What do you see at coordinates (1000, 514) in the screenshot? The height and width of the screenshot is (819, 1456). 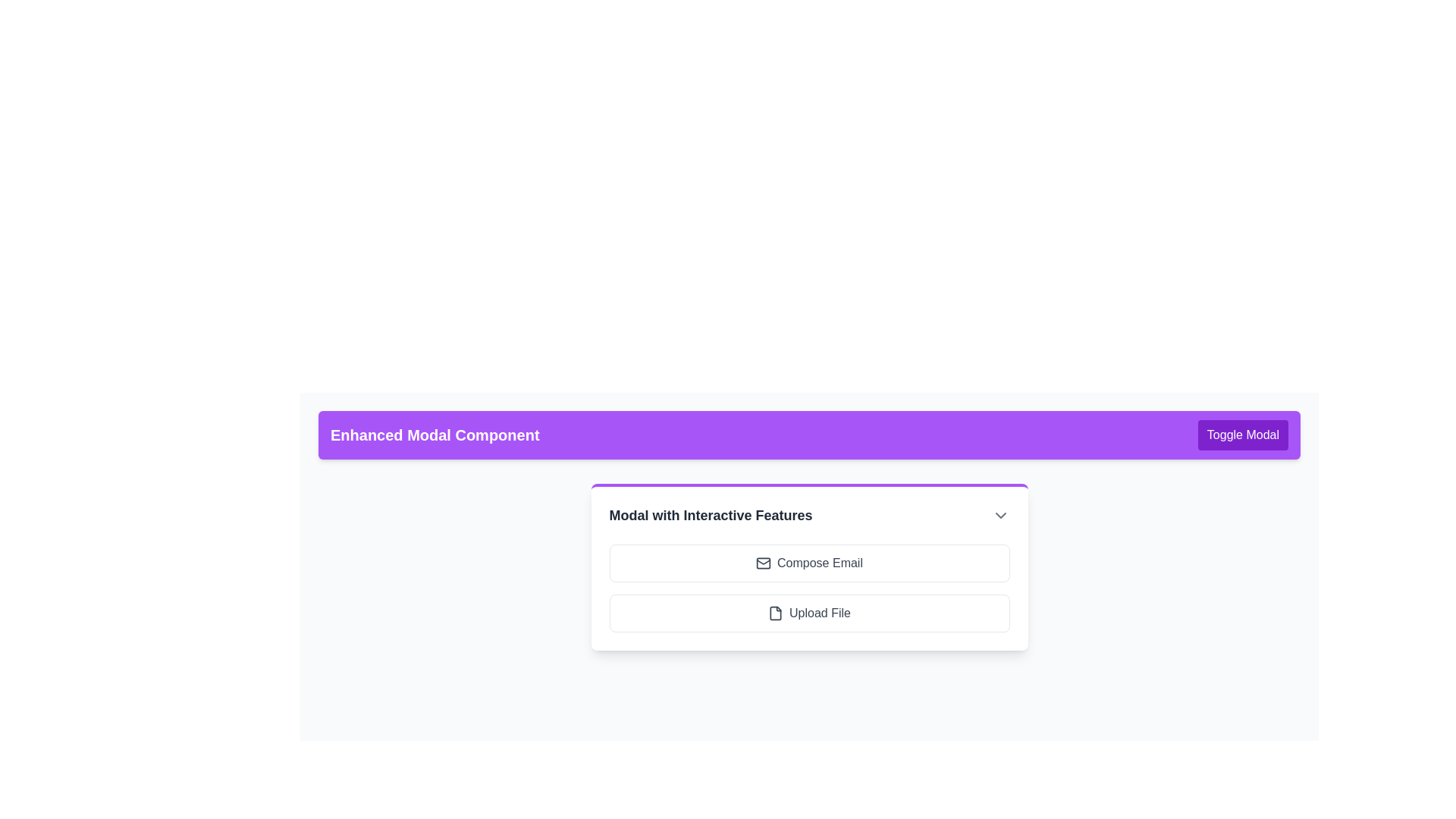 I see `the downward-pointing gray Chevron icon located in the top-right corner of the modal header titled 'Modal with Interactive Features'` at bounding box center [1000, 514].